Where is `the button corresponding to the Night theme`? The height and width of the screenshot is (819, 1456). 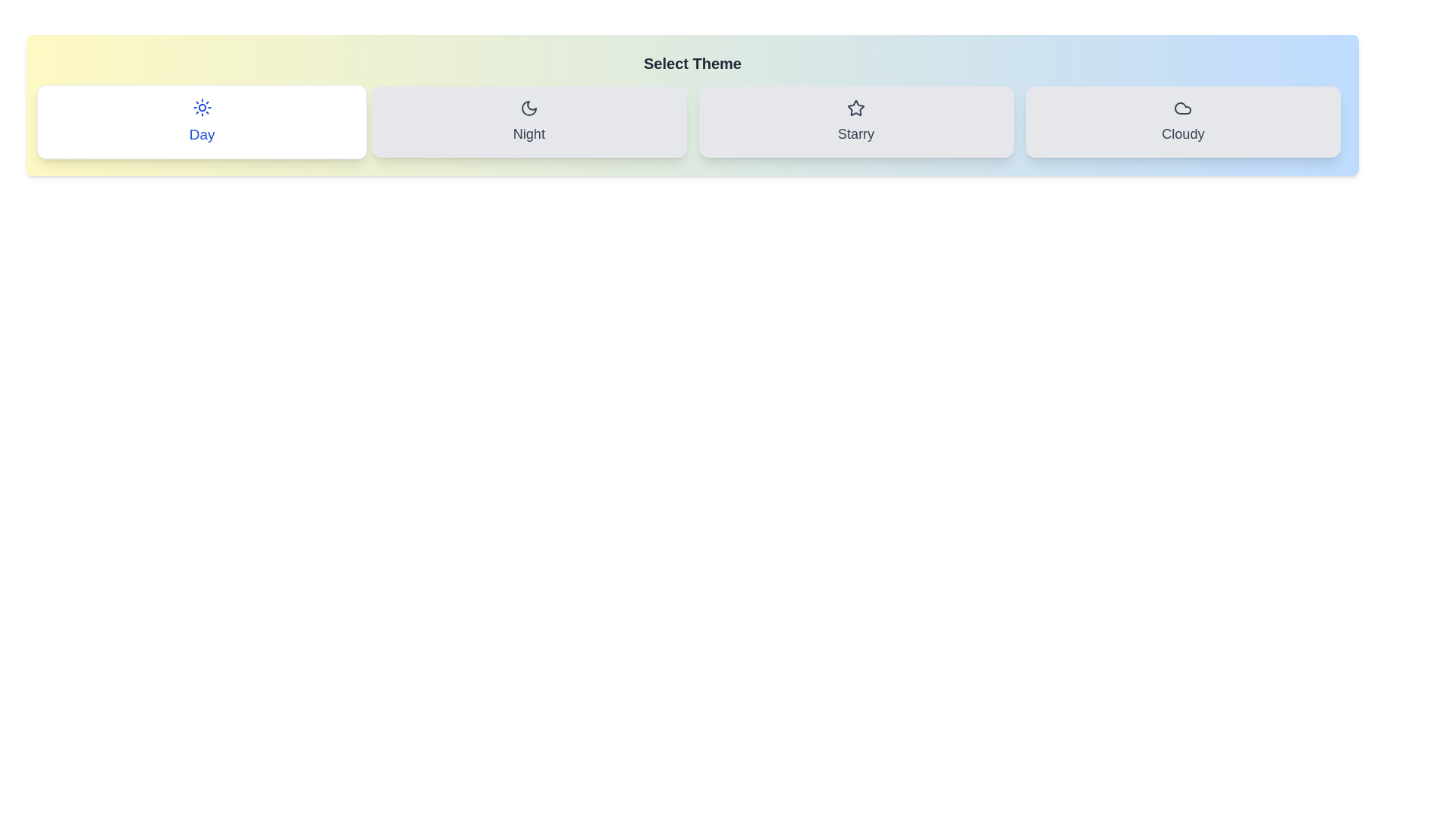 the button corresponding to the Night theme is located at coordinates (529, 121).